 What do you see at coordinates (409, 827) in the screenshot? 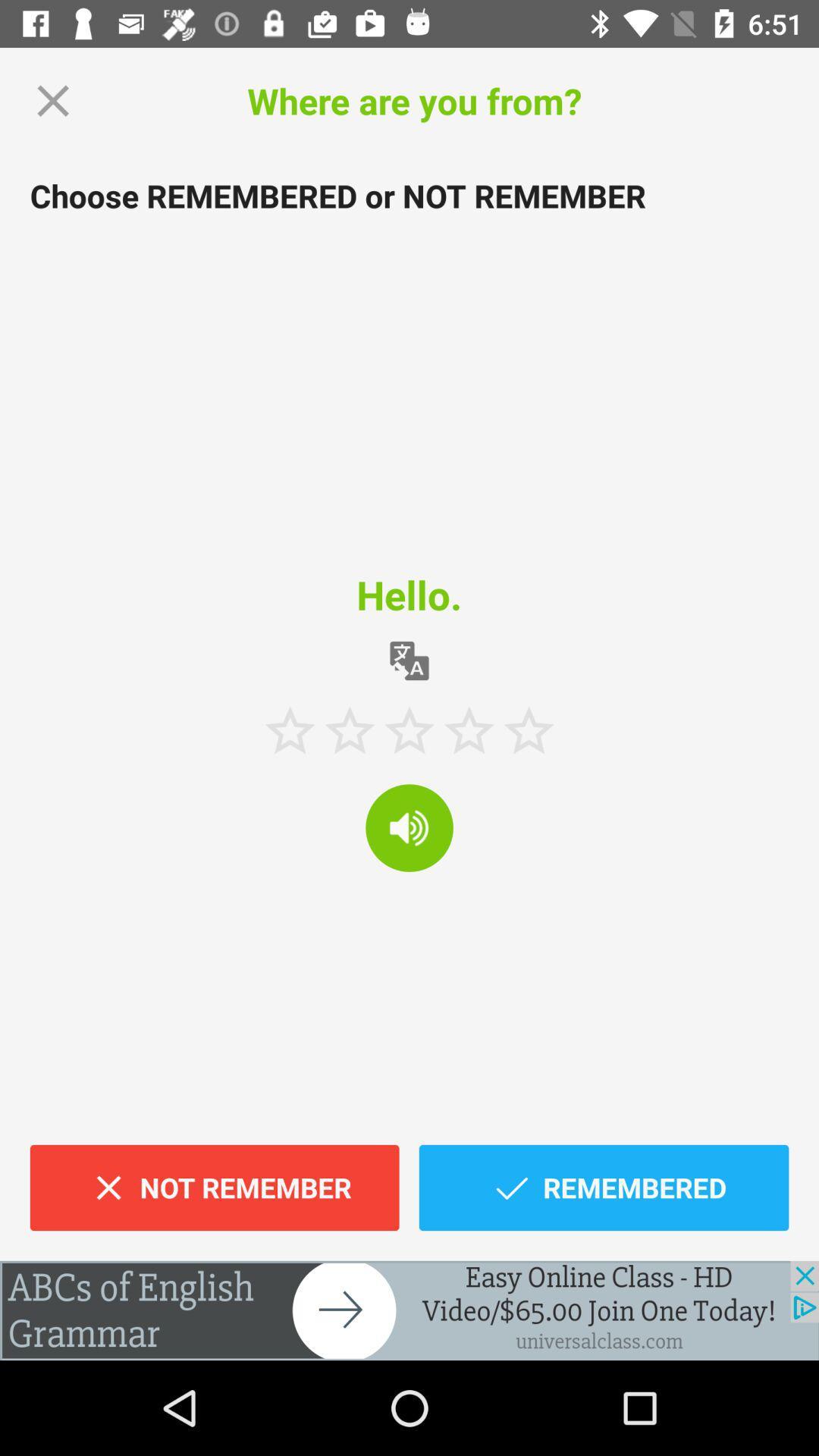
I see `volume section` at bounding box center [409, 827].